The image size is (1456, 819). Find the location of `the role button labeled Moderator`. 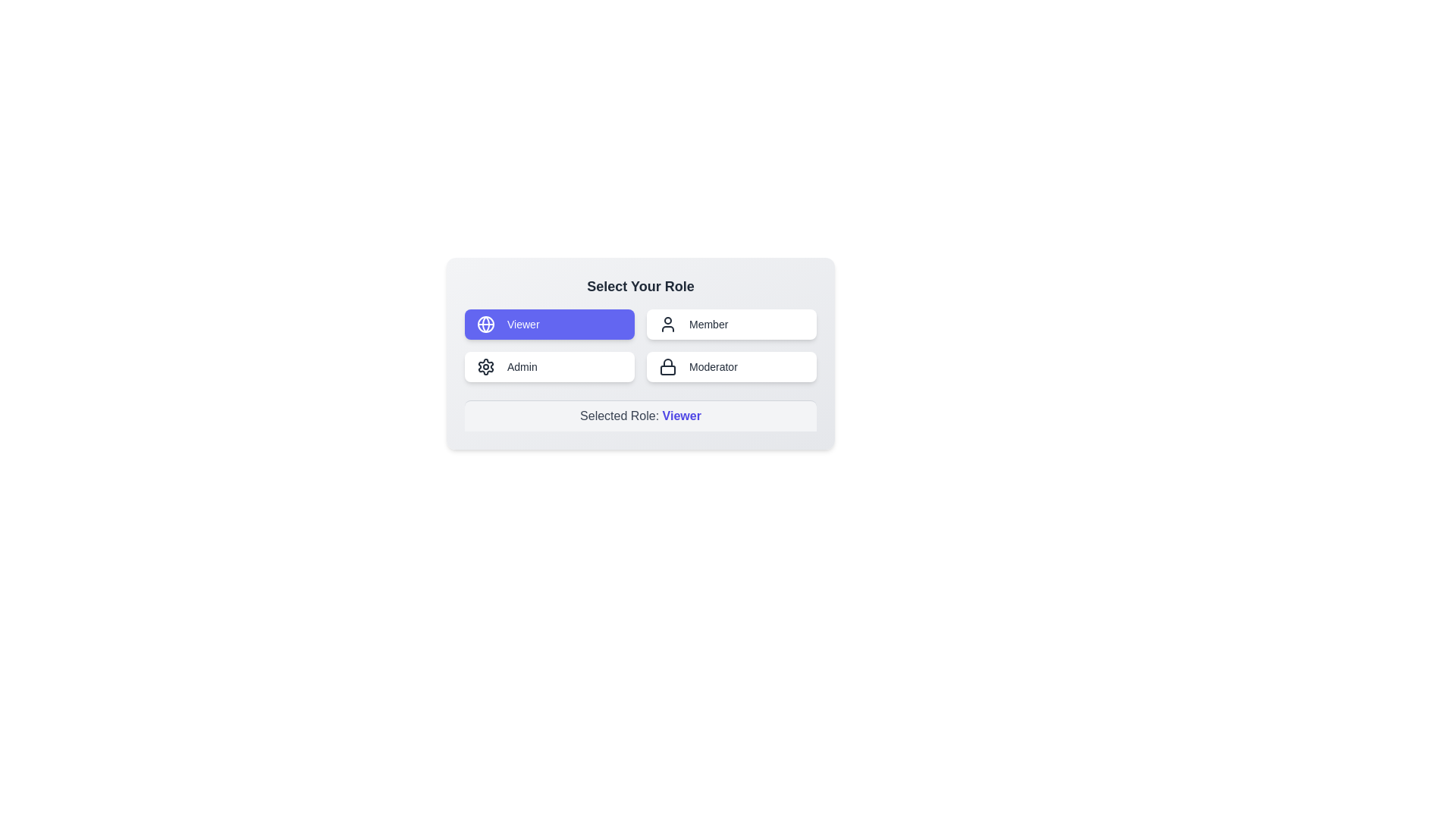

the role button labeled Moderator is located at coordinates (731, 366).